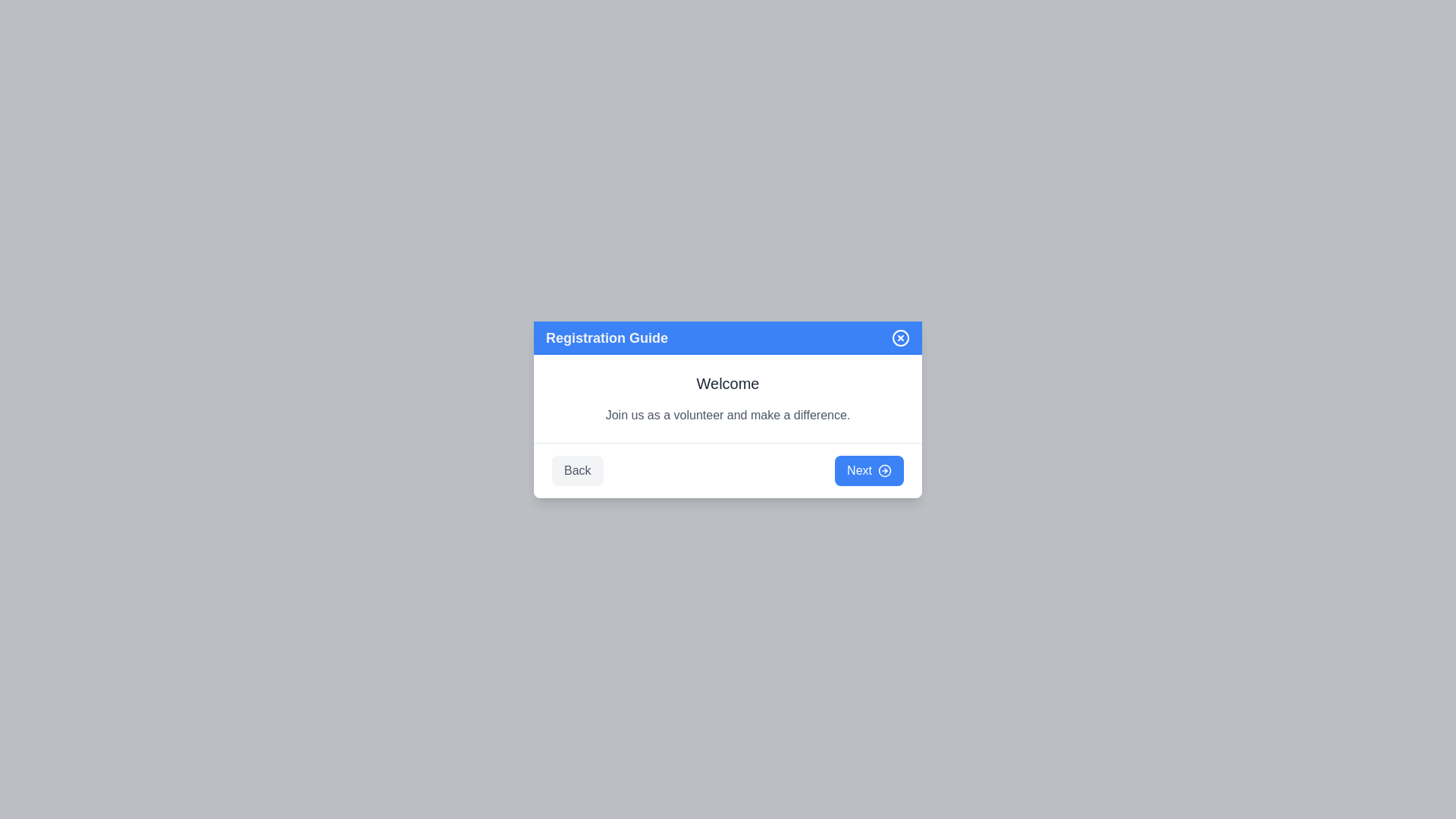  Describe the element at coordinates (728, 415) in the screenshot. I see `the informational text label below the heading 'Welcome' in the modal dialog` at that location.